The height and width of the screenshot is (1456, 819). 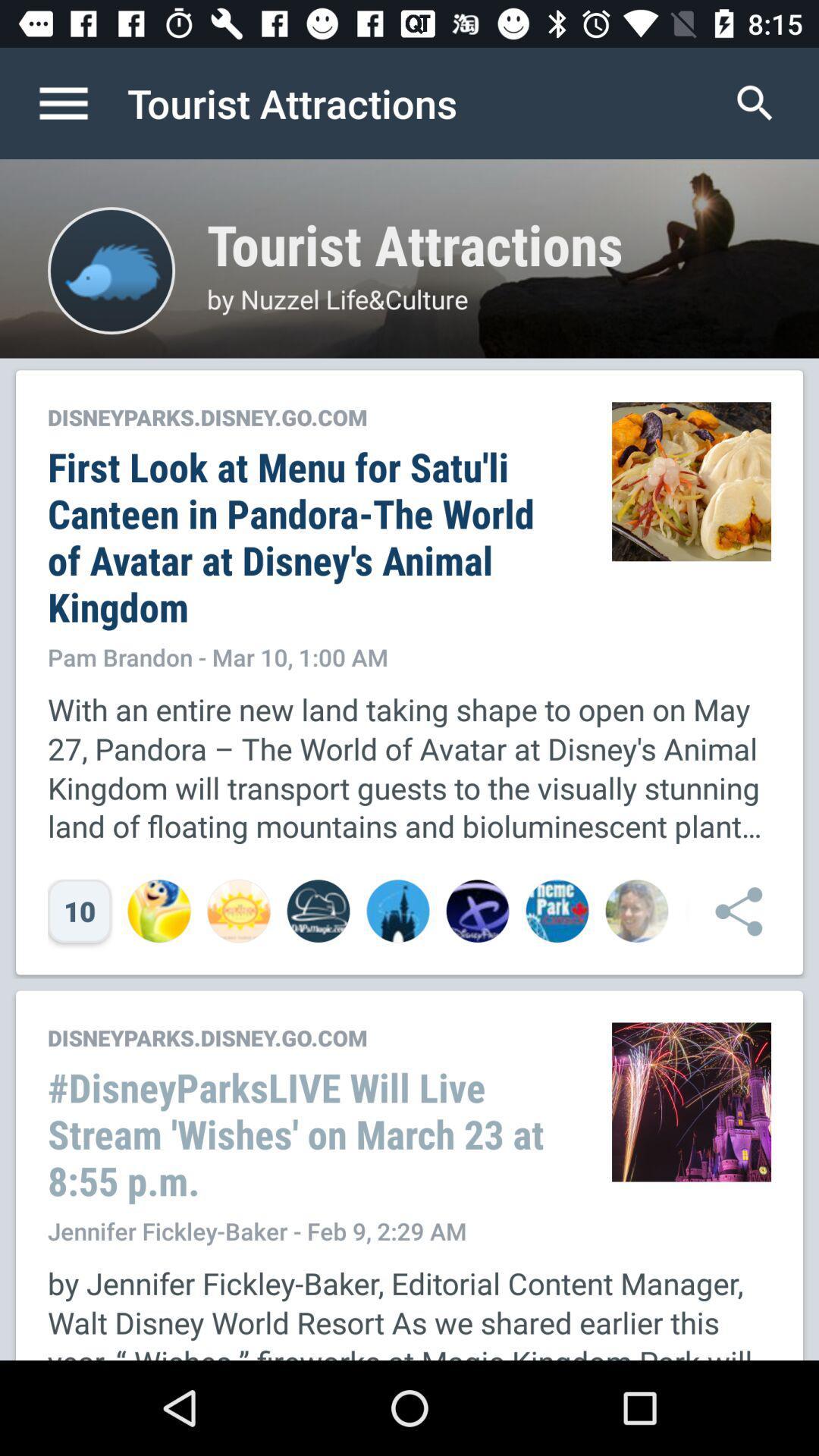 What do you see at coordinates (79, 102) in the screenshot?
I see `show the menu` at bounding box center [79, 102].